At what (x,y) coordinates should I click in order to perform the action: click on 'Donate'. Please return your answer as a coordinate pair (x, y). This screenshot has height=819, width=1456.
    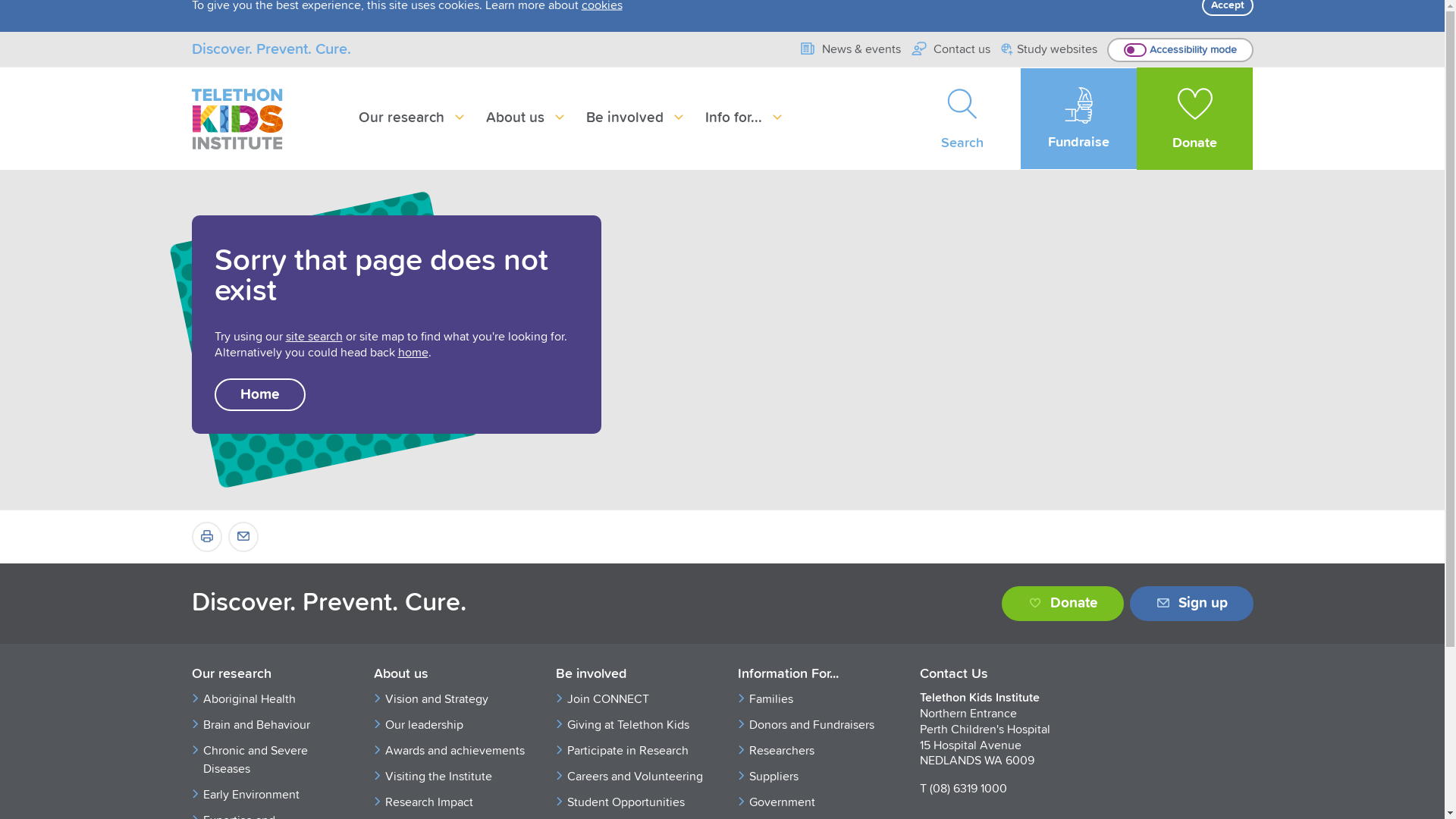
    Looking at the image, I should click on (1001, 602).